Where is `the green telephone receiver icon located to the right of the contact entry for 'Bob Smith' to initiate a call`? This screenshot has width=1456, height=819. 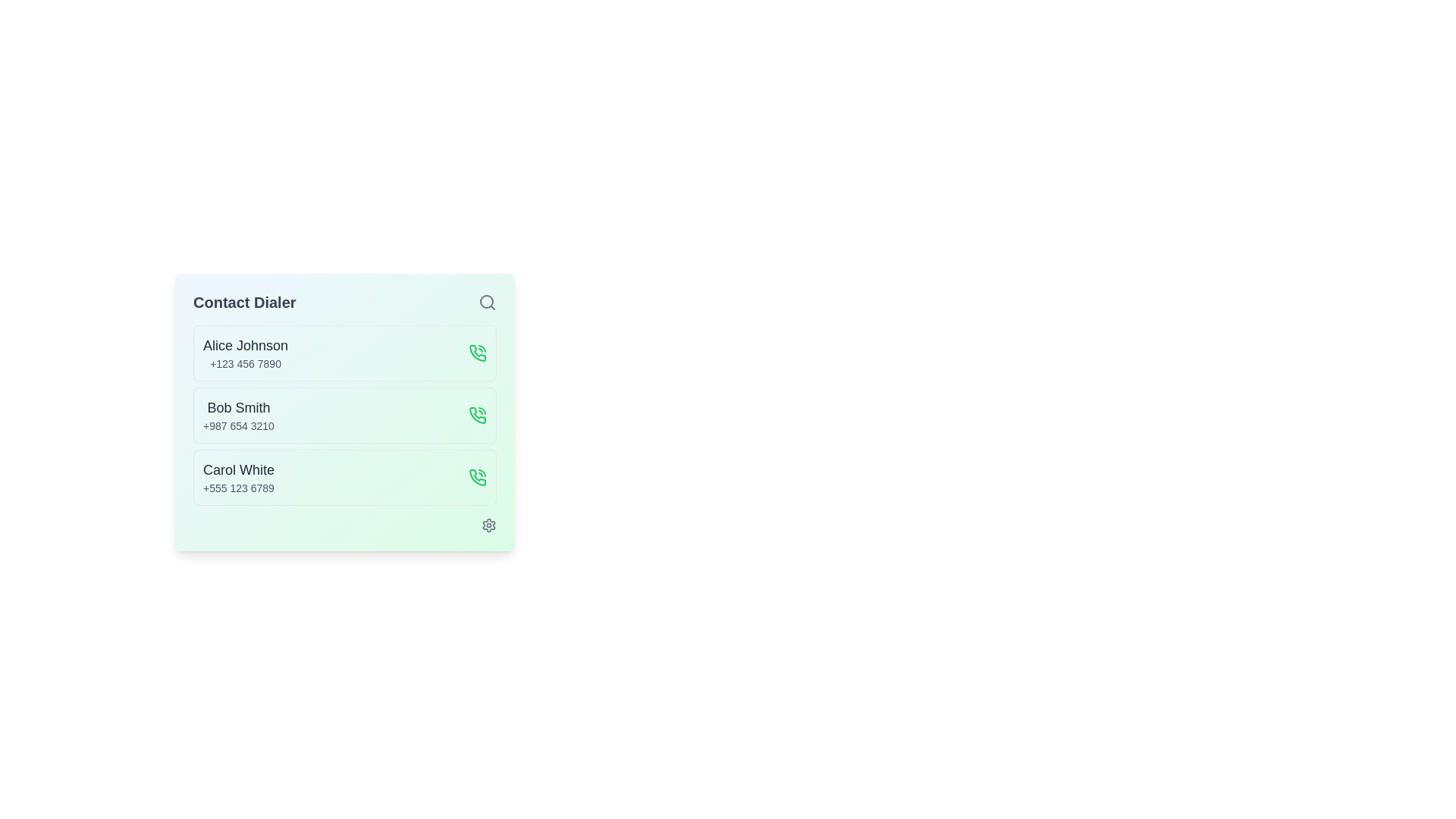
the green telephone receiver icon located to the right of the contact entry for 'Bob Smith' to initiate a call is located at coordinates (476, 415).